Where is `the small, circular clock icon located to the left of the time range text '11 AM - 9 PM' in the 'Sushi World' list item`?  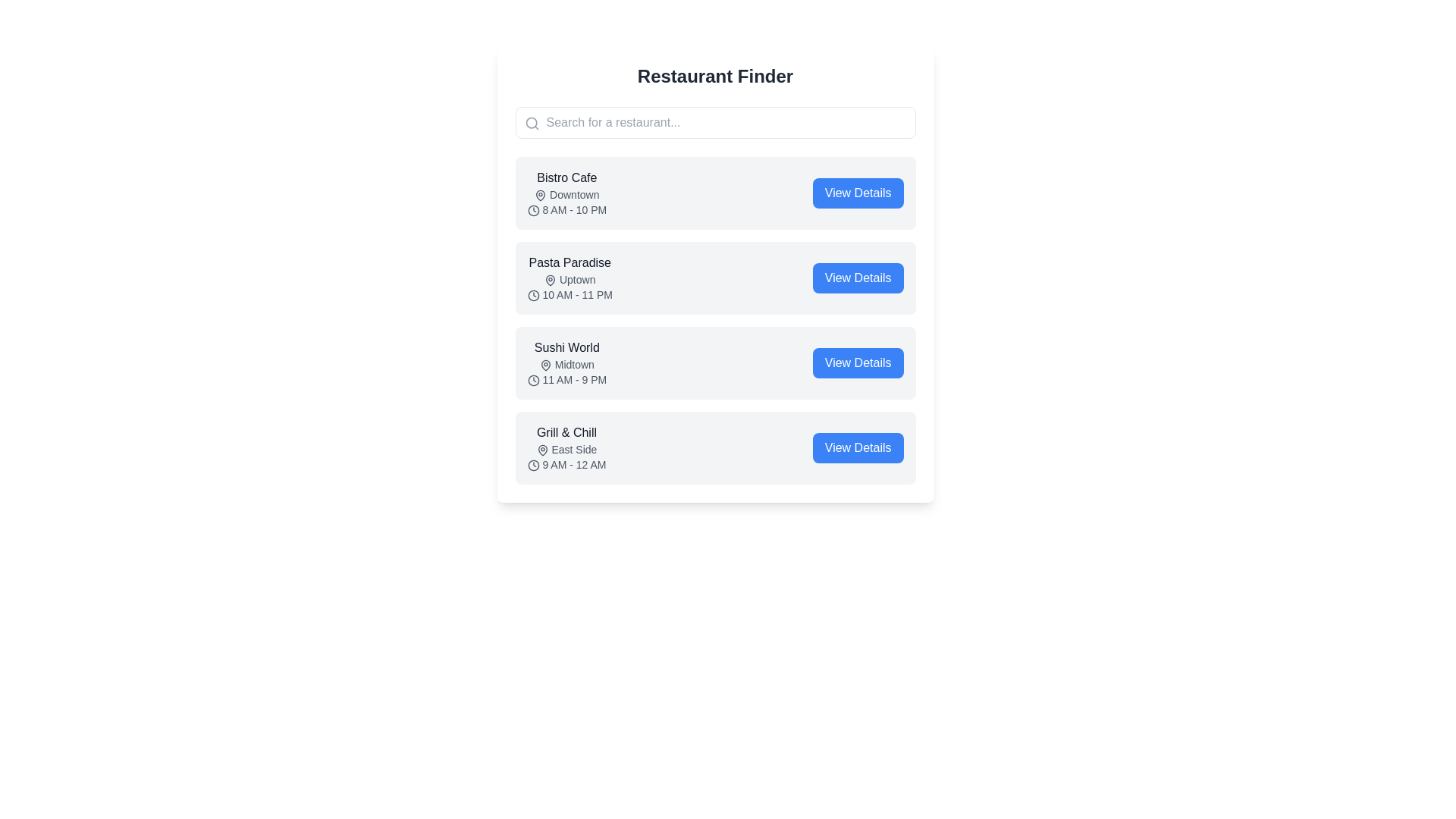
the small, circular clock icon located to the left of the time range text '11 AM - 9 PM' in the 'Sushi World' list item is located at coordinates (533, 380).